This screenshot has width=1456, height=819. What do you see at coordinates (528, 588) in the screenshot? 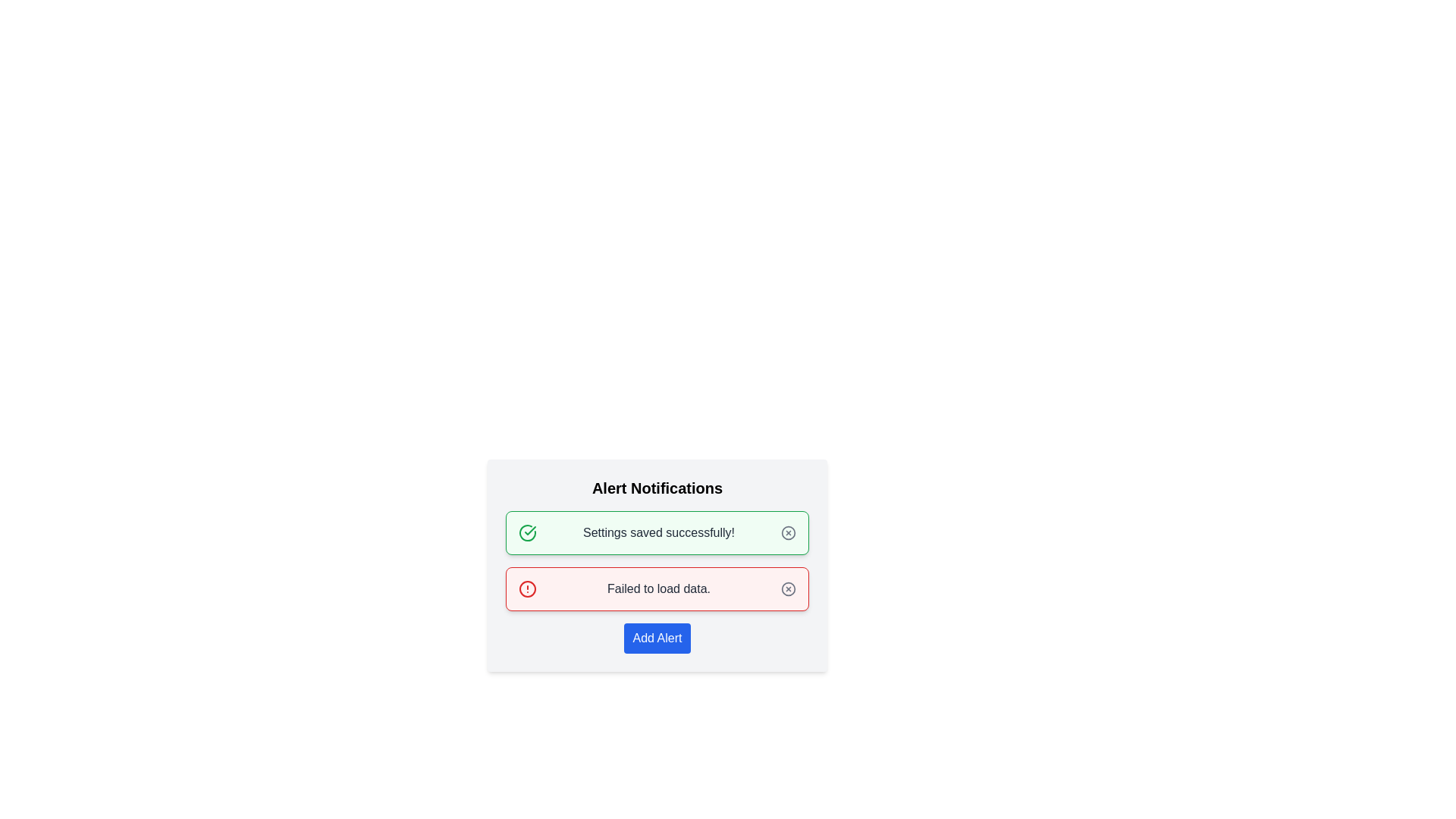
I see `the alert icon located within the second notification card under the 'Alert Notifications' block, which has a red border and background and is positioned to the left of the text 'Failed to load data.'` at bounding box center [528, 588].